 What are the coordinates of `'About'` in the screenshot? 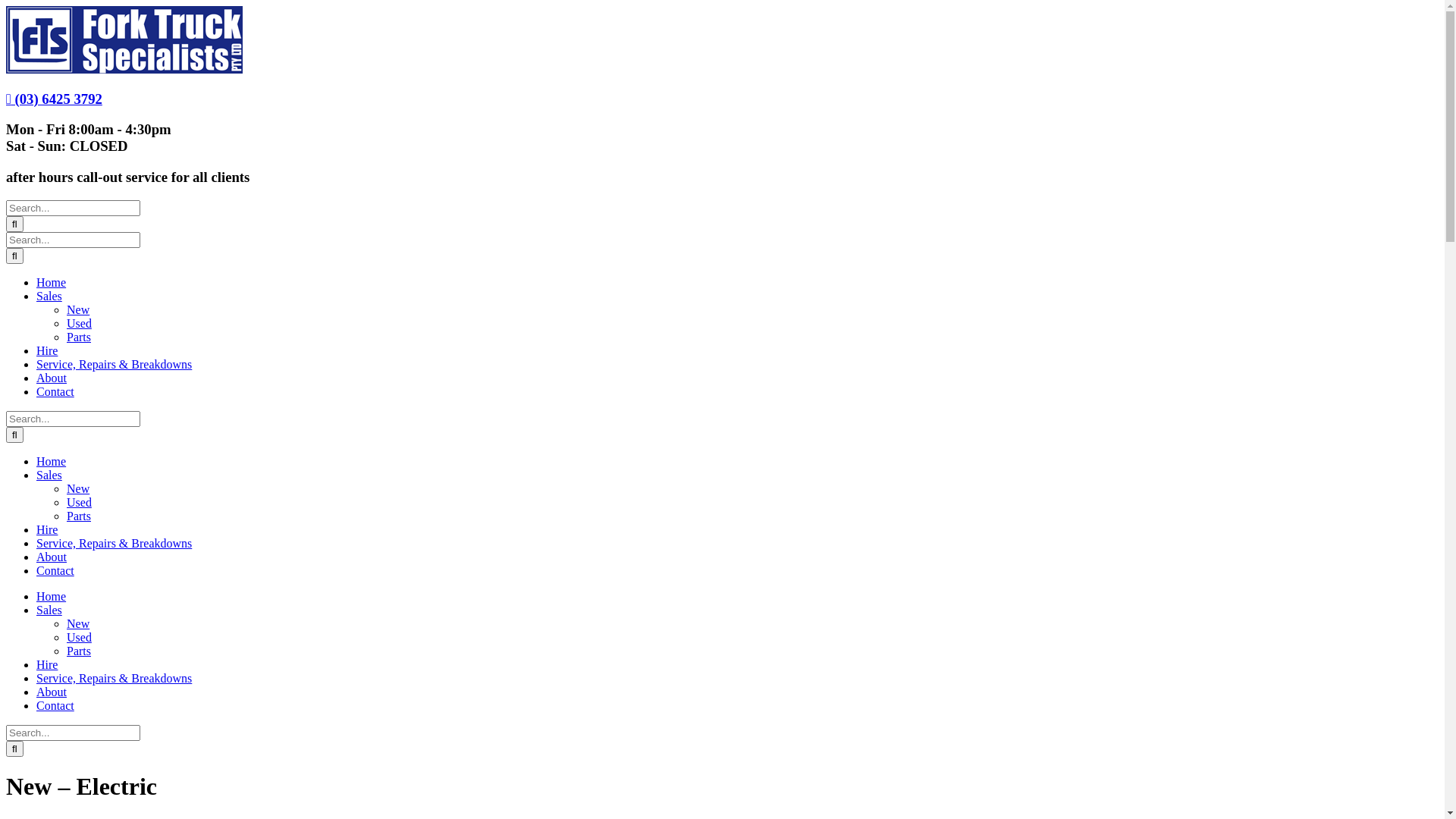 It's located at (51, 377).